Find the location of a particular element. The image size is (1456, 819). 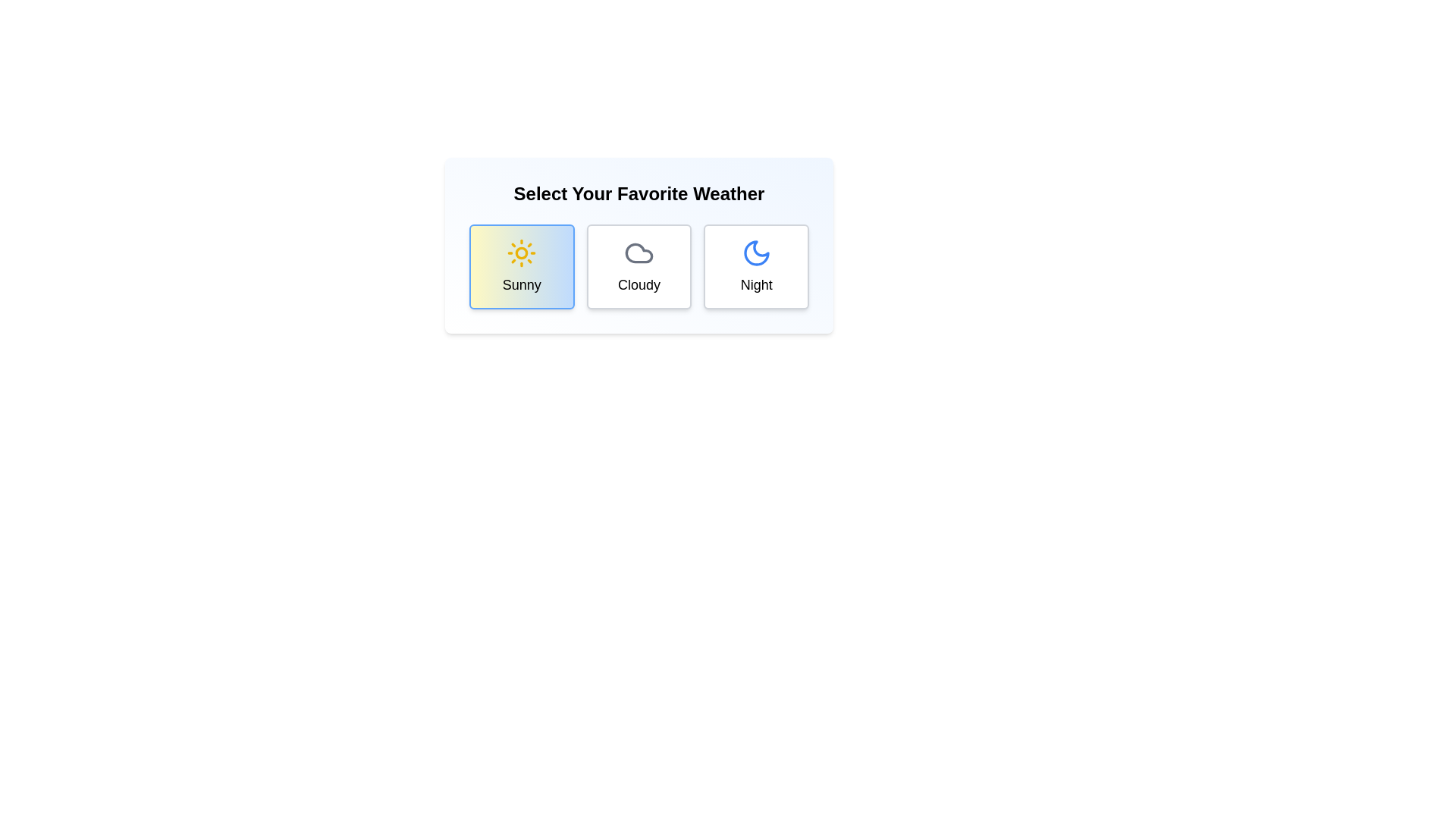

the 'Night' text label, which is styled with a medium font size and center alignment is located at coordinates (756, 284).